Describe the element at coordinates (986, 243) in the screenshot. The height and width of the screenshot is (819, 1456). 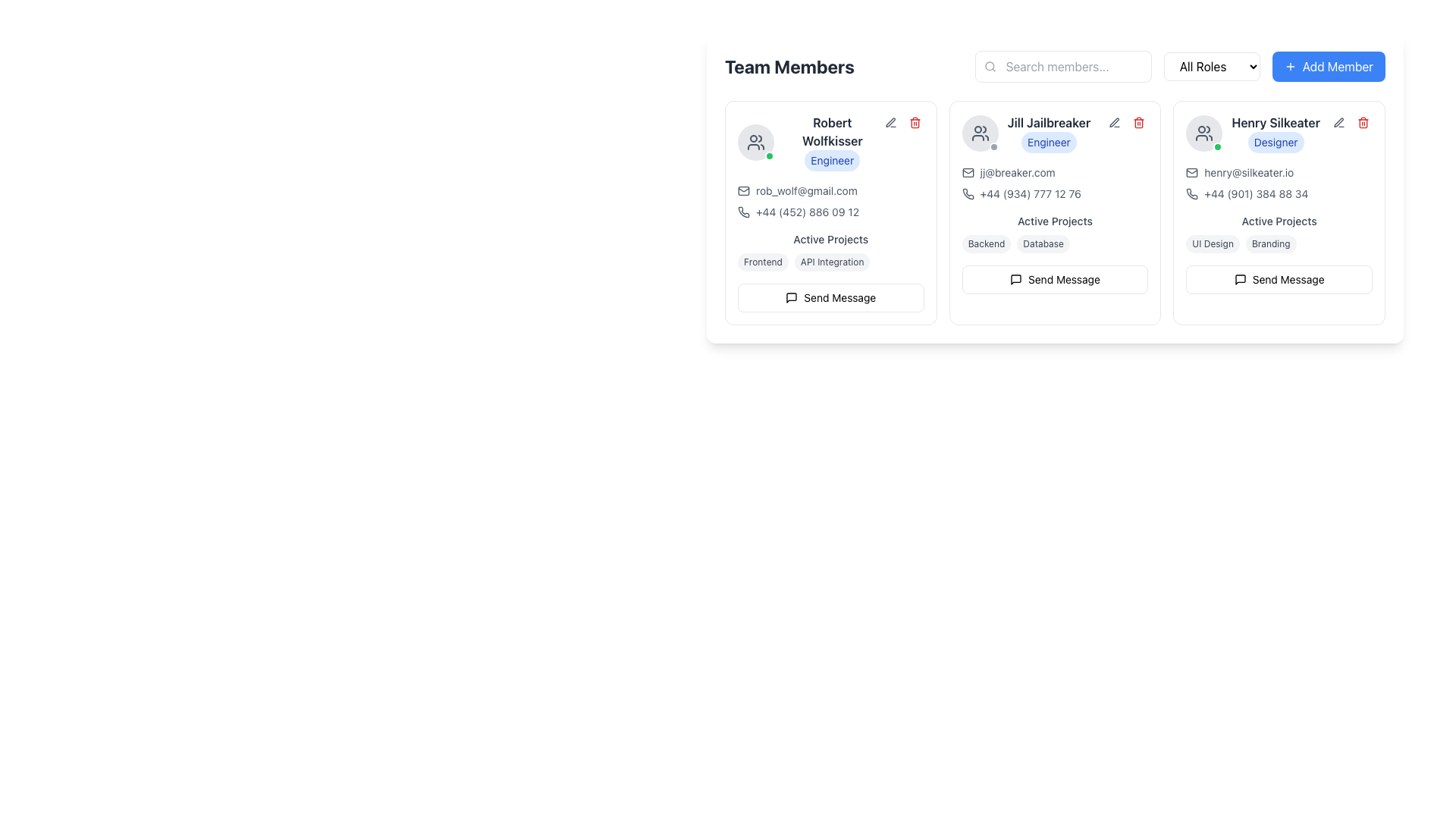
I see `the 'Backend' badge, which is the first badge in the horizontally arranged group within the 'Active Projects' section of the second card` at that location.